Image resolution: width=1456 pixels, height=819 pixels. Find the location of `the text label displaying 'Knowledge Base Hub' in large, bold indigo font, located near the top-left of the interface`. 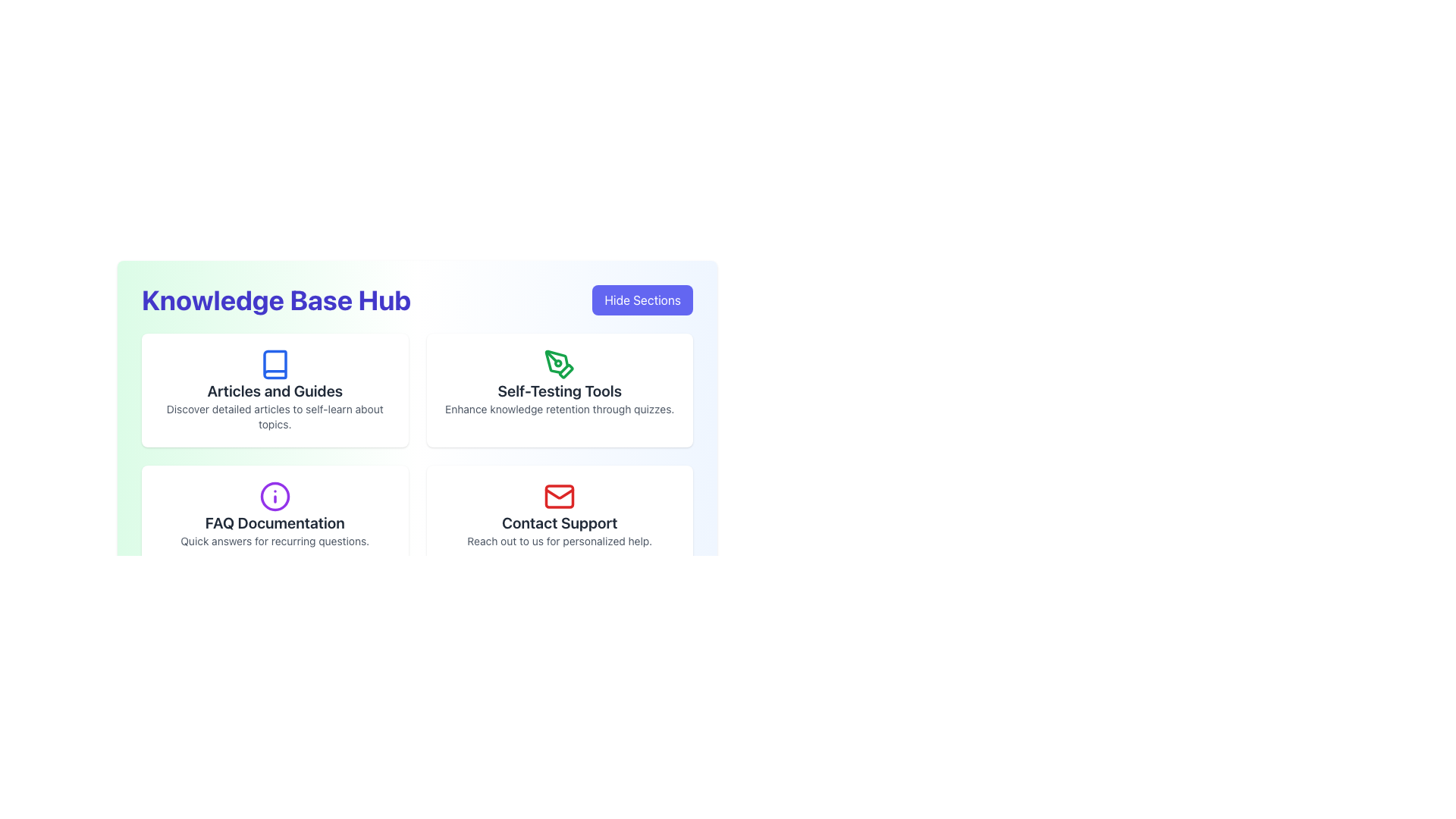

the text label displaying 'Knowledge Base Hub' in large, bold indigo font, located near the top-left of the interface is located at coordinates (276, 300).